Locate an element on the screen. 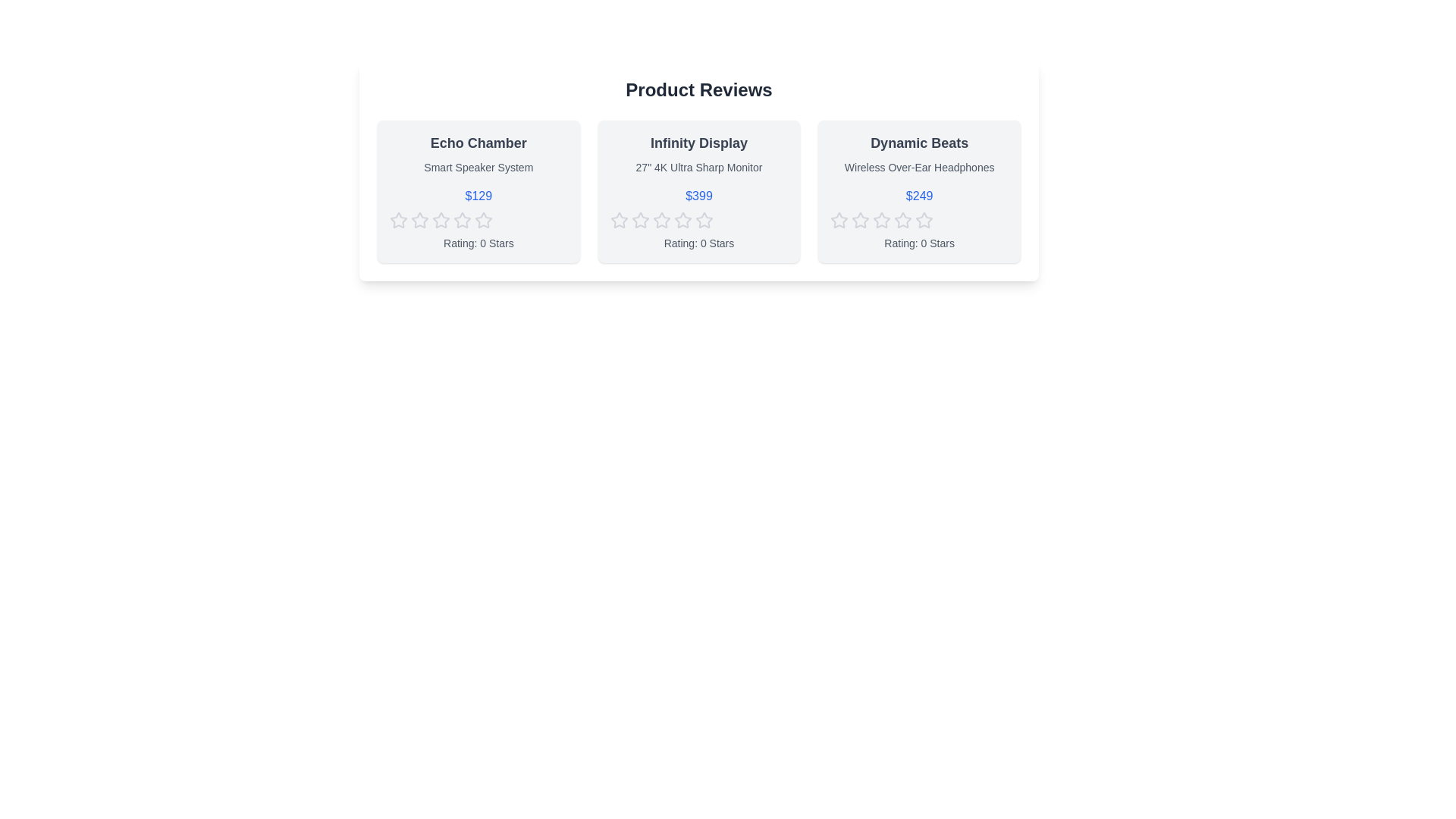 This screenshot has height=819, width=1456. the horizontal sequence of five star icons in the Rating component located under the '$249' price text and above the 'Rating: 0 Stars' text for the Dynamic Beats Wireless Over-Ear Headphones is located at coordinates (918, 220).